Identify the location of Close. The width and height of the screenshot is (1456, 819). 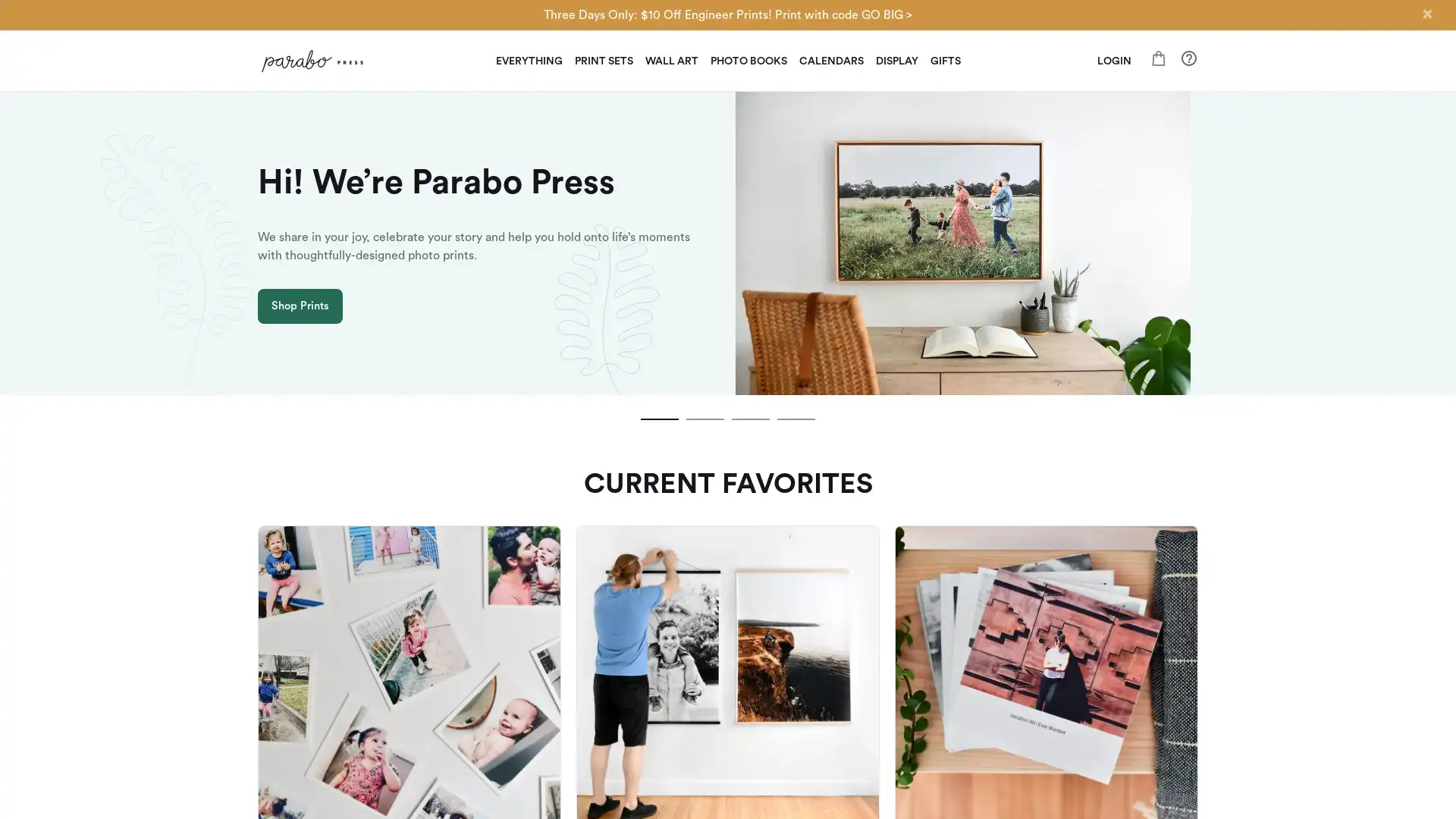
(1426, 14).